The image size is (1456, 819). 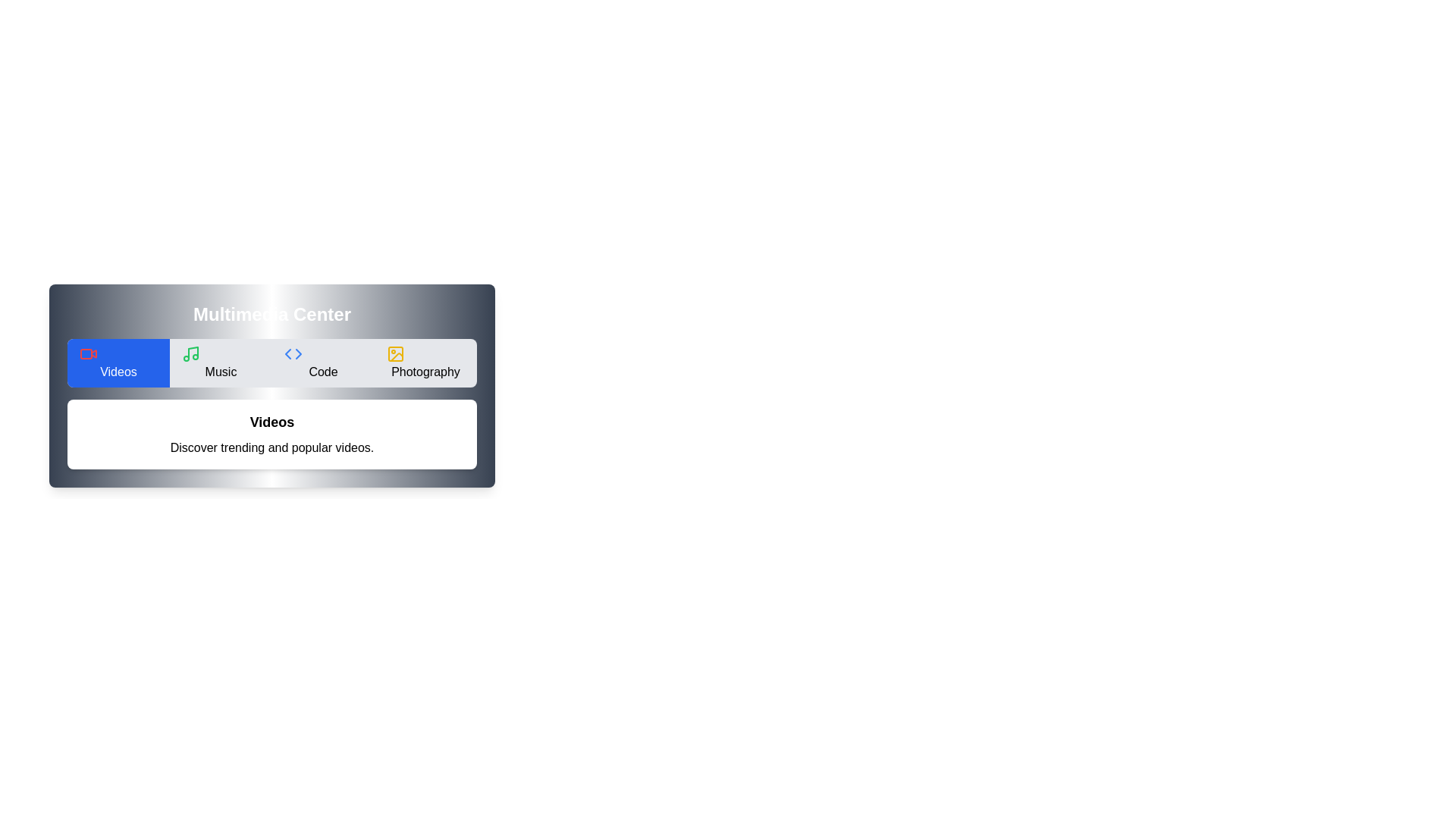 I want to click on the Photography tab, so click(x=425, y=362).